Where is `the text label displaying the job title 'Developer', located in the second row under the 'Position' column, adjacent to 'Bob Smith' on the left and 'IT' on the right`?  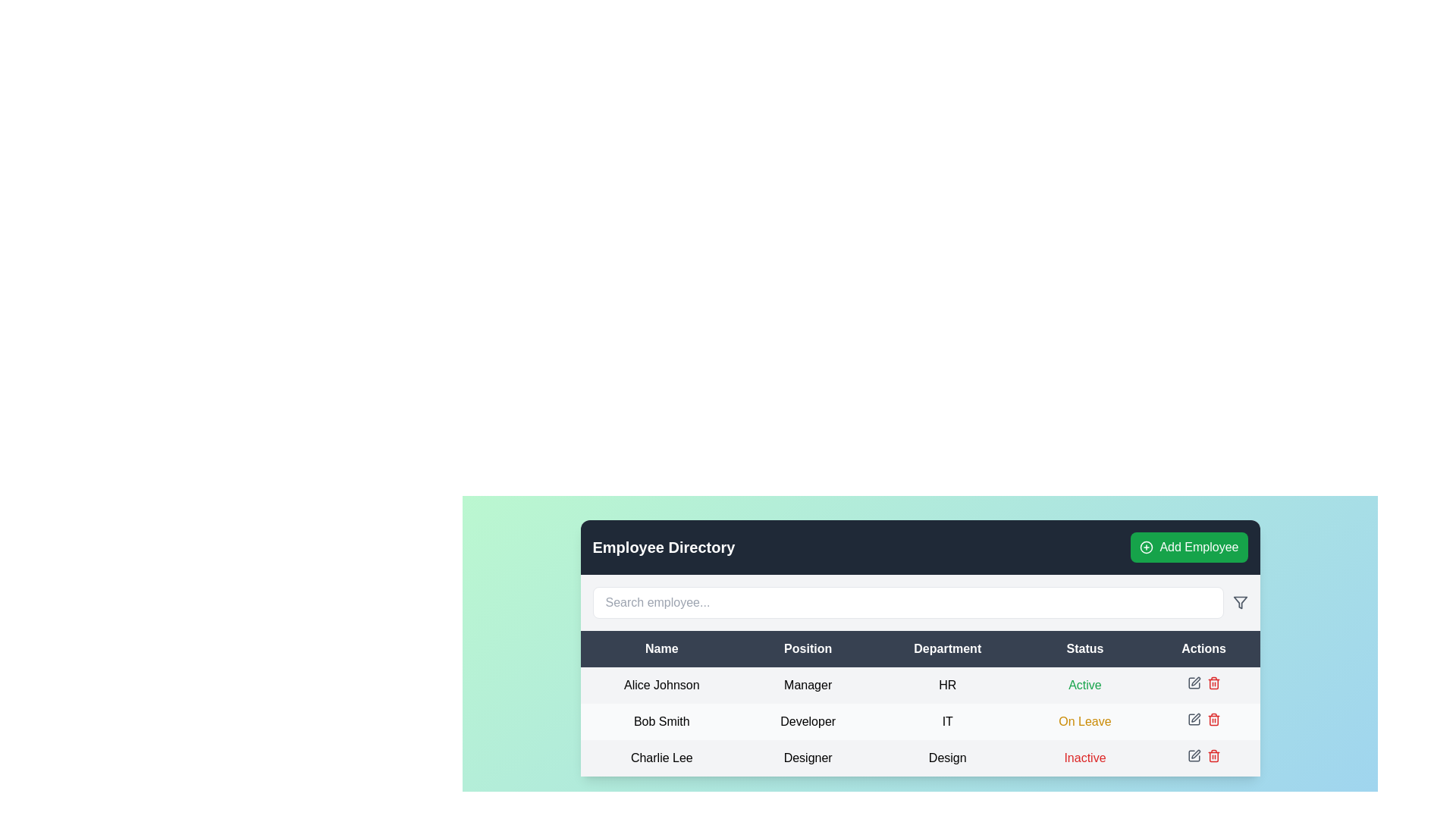
the text label displaying the job title 'Developer', located in the second row under the 'Position' column, adjacent to 'Bob Smith' on the left and 'IT' on the right is located at coordinates (807, 721).